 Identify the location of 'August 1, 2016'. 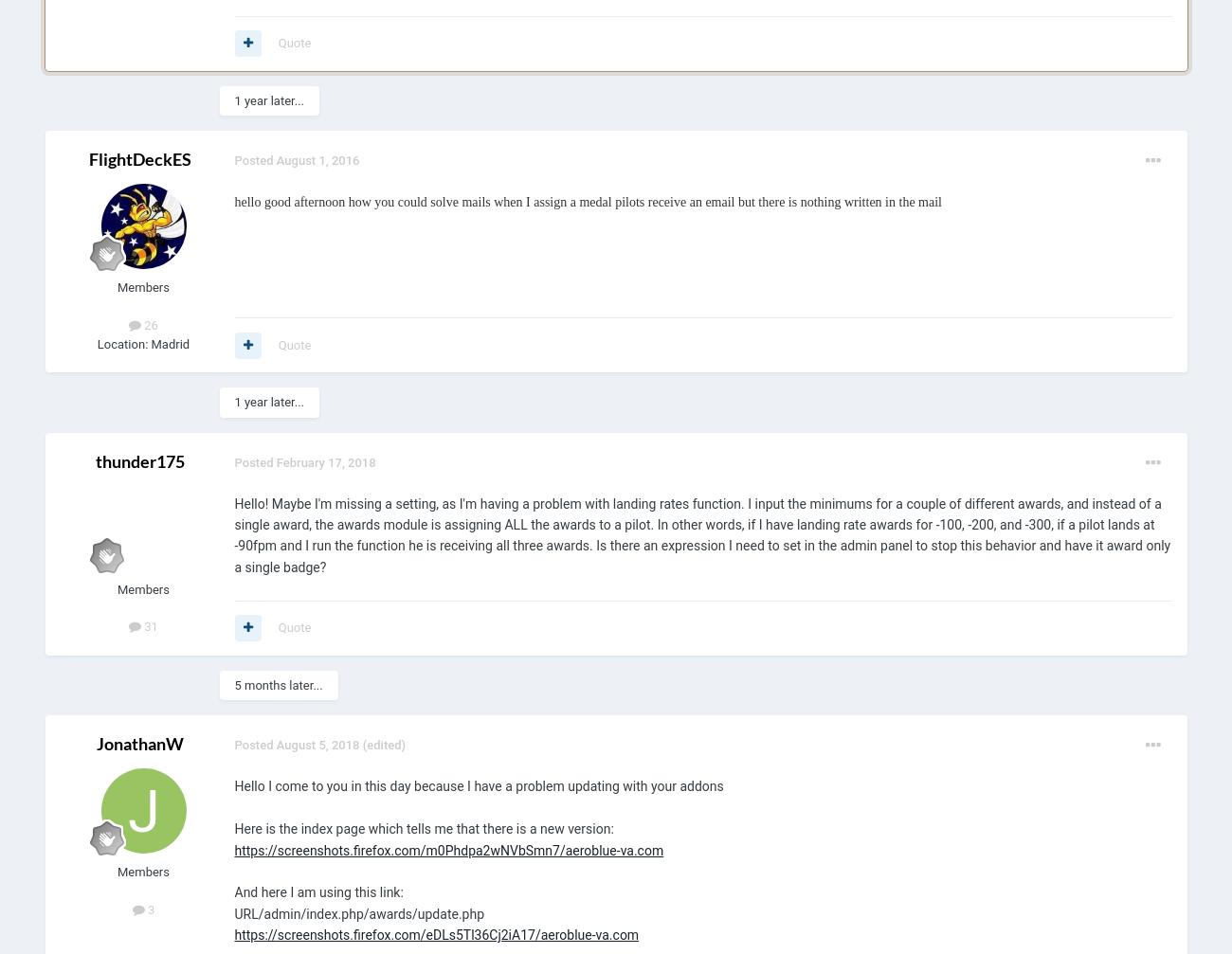
(317, 160).